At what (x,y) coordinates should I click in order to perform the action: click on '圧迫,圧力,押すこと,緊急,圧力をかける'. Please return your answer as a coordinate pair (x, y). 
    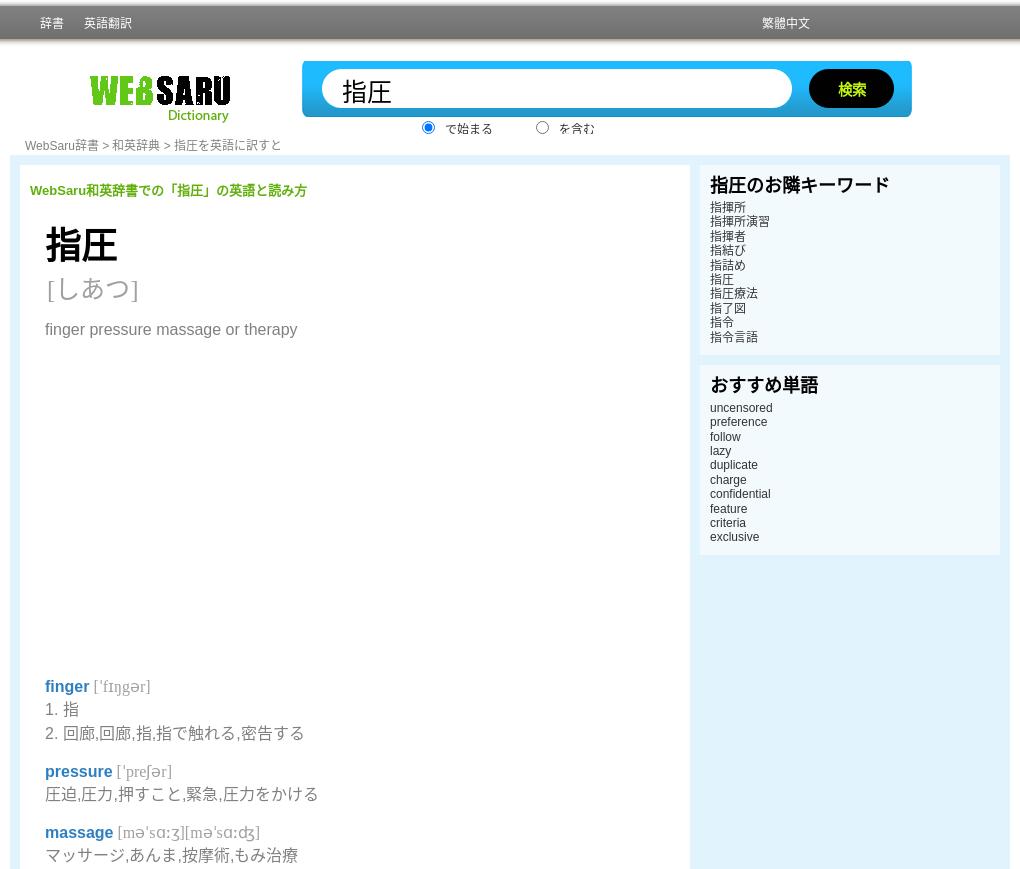
    Looking at the image, I should click on (180, 794).